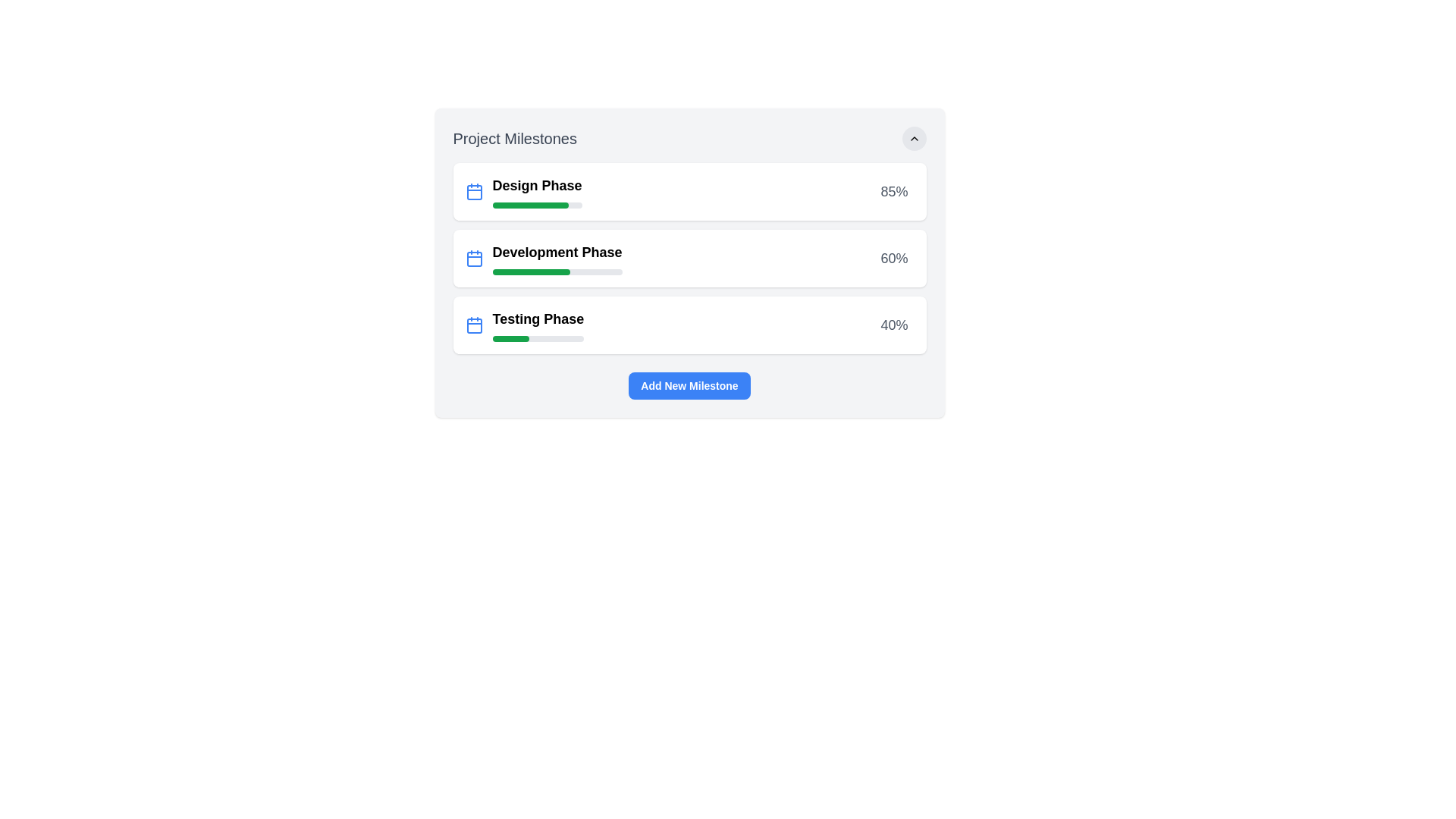  What do you see at coordinates (894, 191) in the screenshot?
I see `the text label indicating the percentage of completion for the 'Design Phase' in the project milestones` at bounding box center [894, 191].